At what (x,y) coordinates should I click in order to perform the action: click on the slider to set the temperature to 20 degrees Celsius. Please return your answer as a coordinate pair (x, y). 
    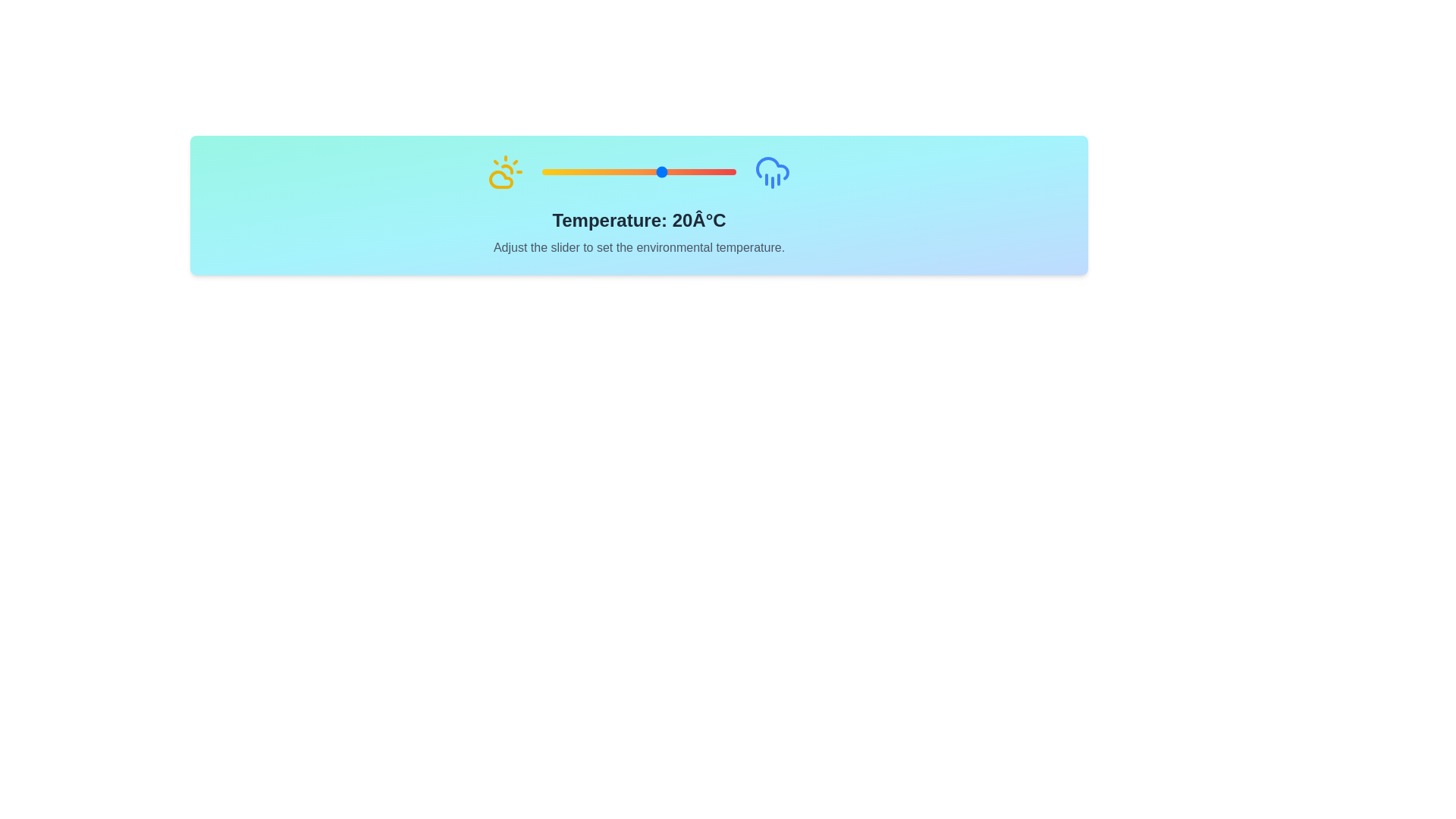
    Looking at the image, I should click on (663, 171).